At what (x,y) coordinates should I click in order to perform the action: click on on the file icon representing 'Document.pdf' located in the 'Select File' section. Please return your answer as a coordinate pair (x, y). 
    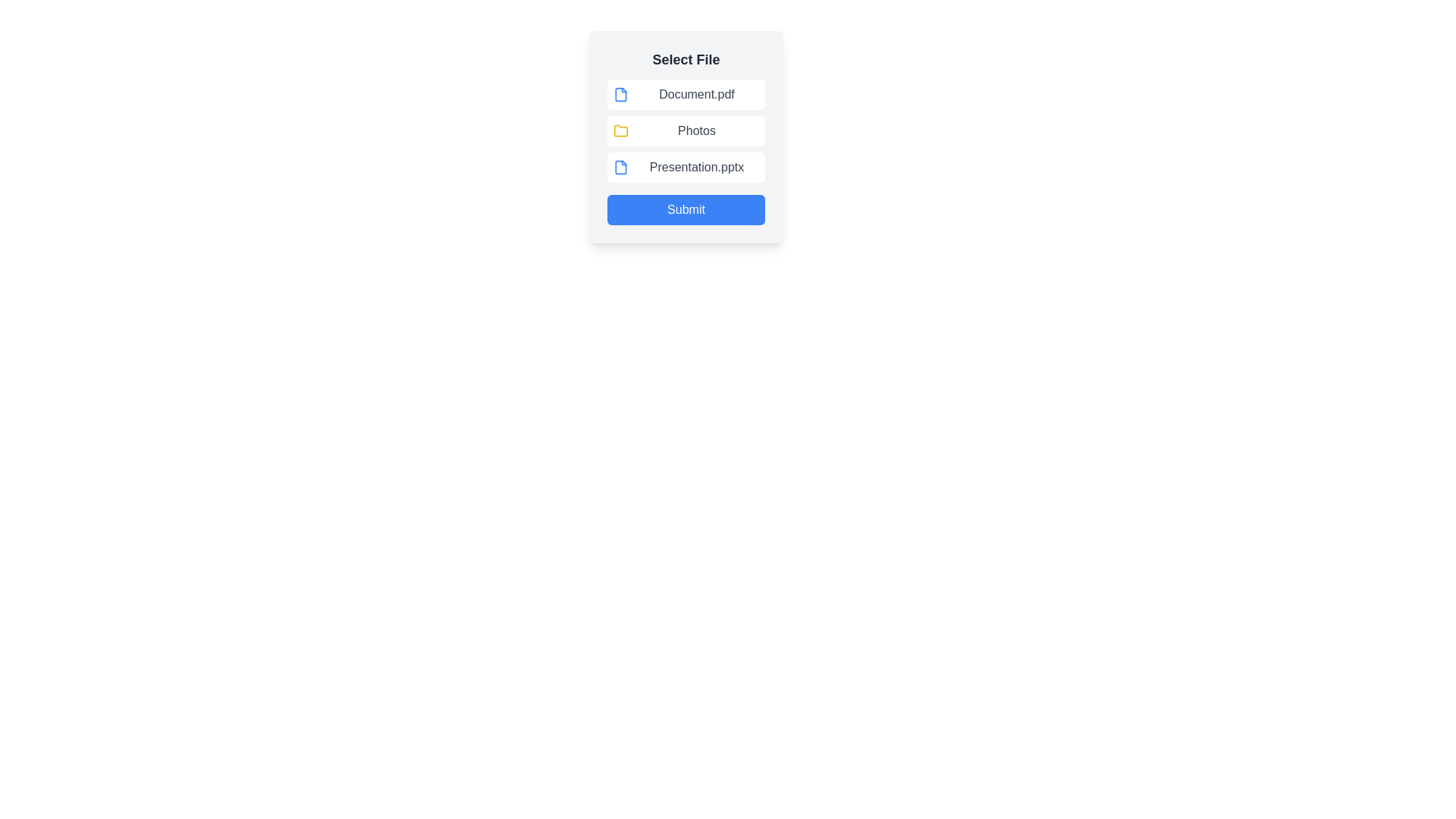
    Looking at the image, I should click on (621, 94).